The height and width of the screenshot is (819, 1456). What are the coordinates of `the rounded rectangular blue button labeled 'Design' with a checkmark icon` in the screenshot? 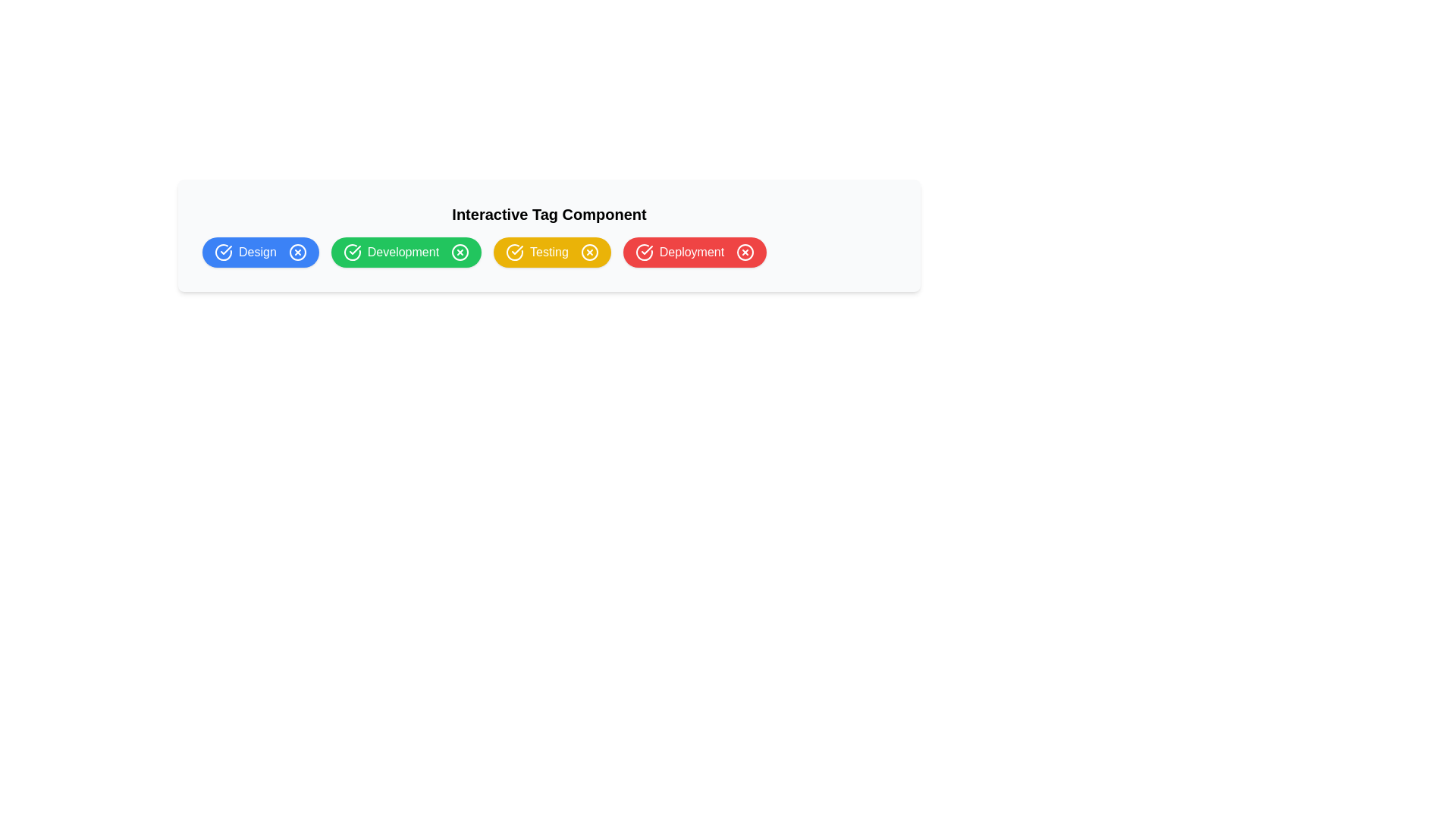 It's located at (260, 251).